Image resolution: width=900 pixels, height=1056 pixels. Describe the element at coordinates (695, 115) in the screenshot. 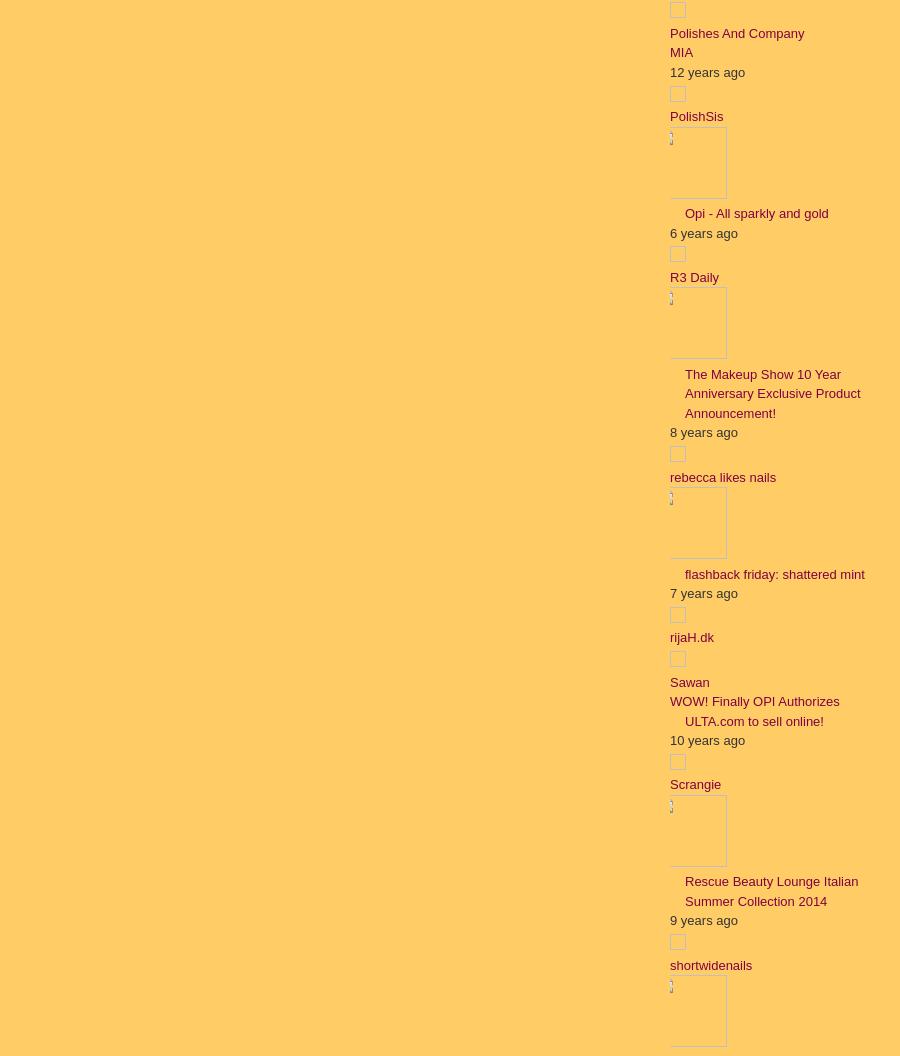

I see `'PolishSis'` at that location.